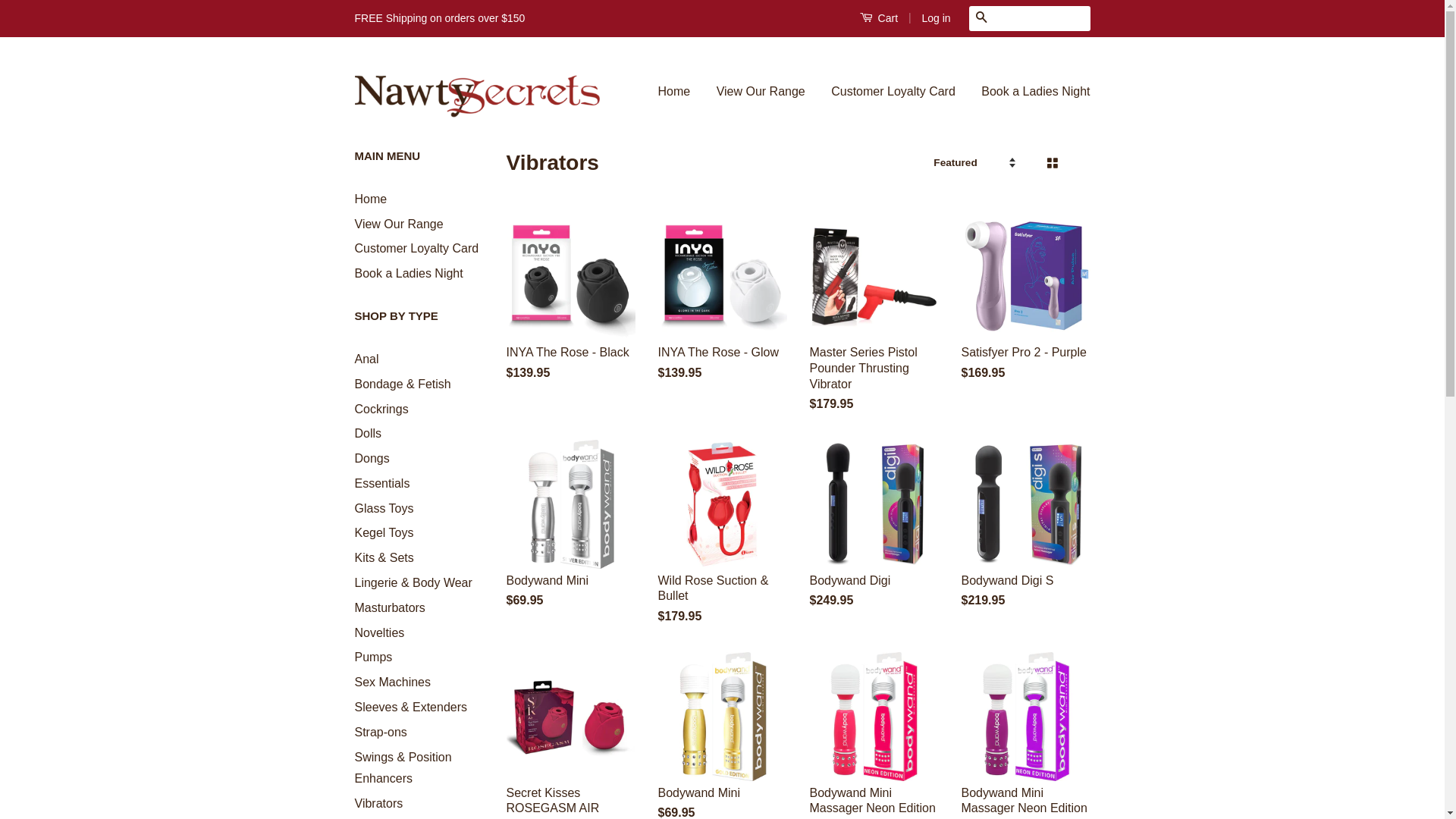 The height and width of the screenshot is (819, 1456). What do you see at coordinates (393, 681) in the screenshot?
I see `'Sex Machines'` at bounding box center [393, 681].